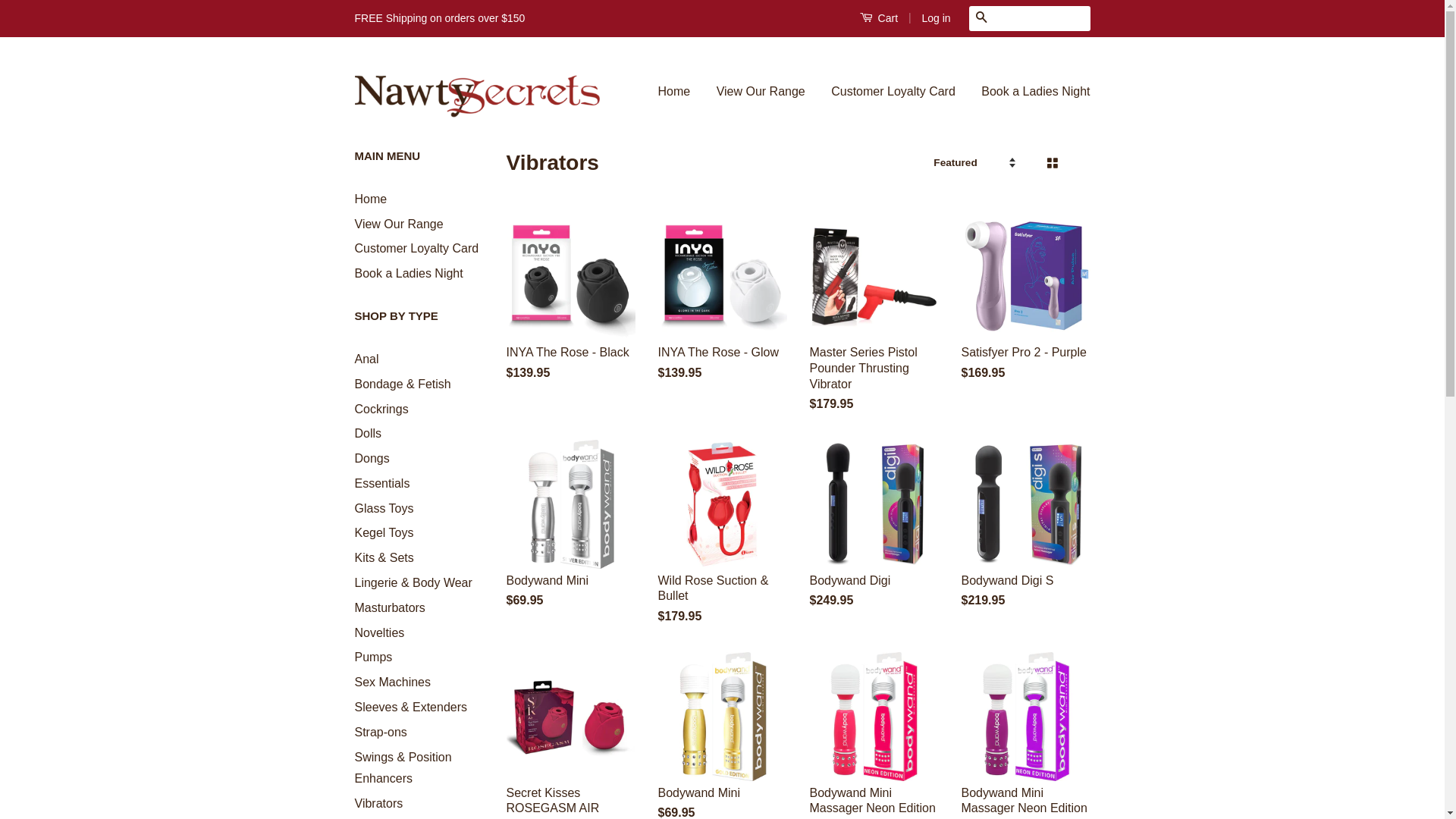 The height and width of the screenshot is (819, 1456). What do you see at coordinates (393, 681) in the screenshot?
I see `'Sex Machines'` at bounding box center [393, 681].